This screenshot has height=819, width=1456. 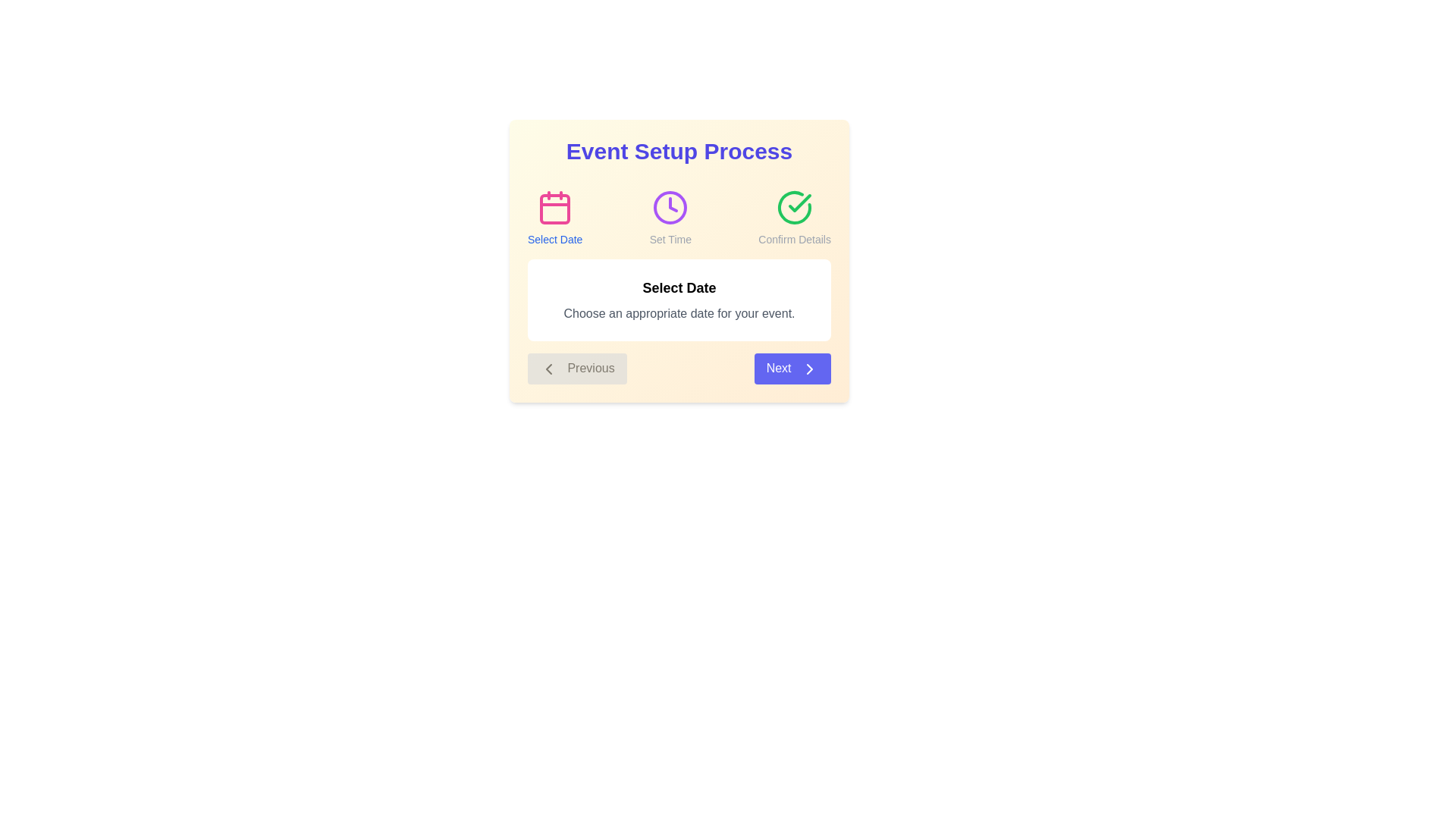 I want to click on the 'Previous' button to navigate to the previous step, so click(x=576, y=369).